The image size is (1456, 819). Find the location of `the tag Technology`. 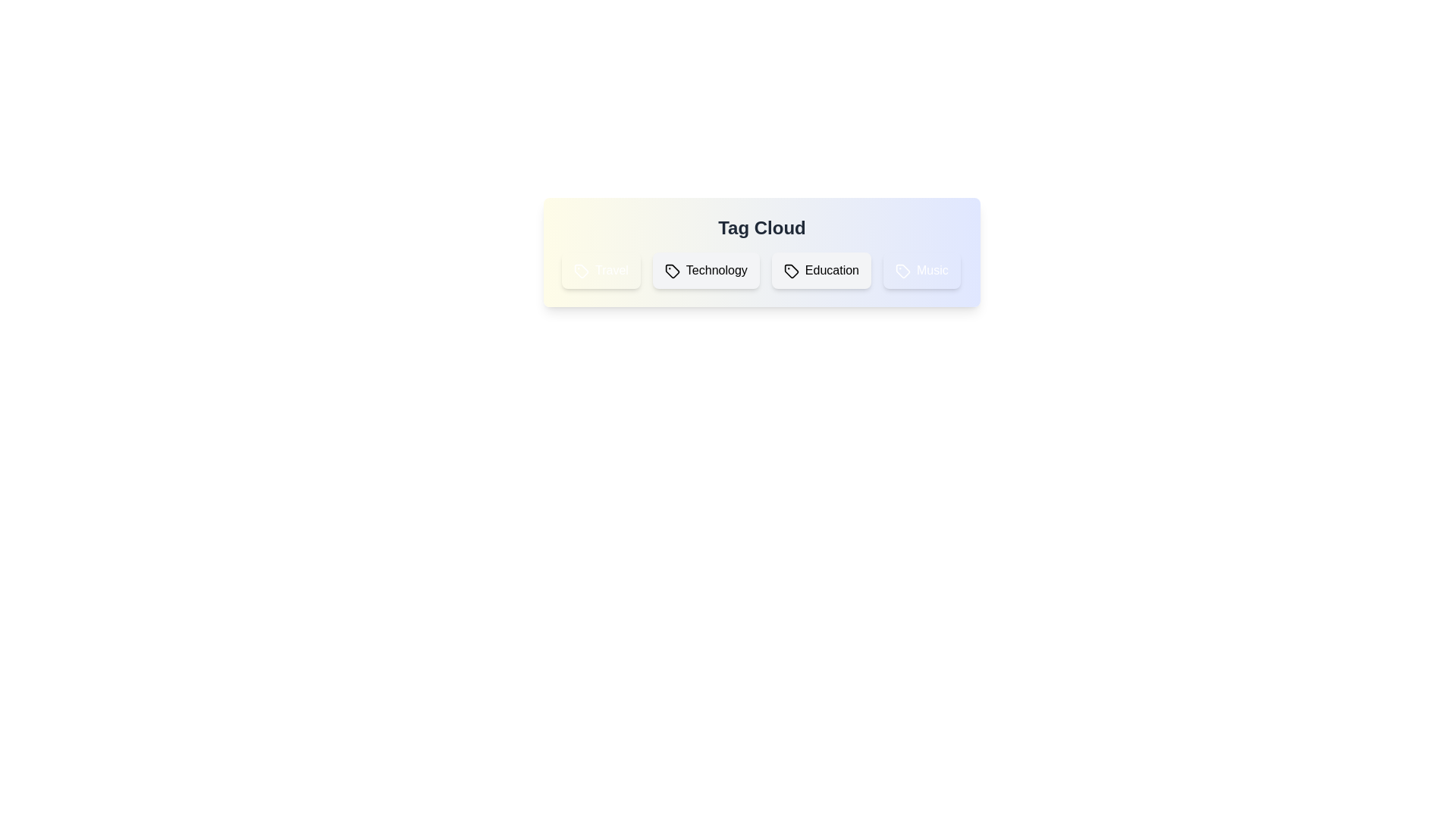

the tag Technology is located at coordinates (705, 270).